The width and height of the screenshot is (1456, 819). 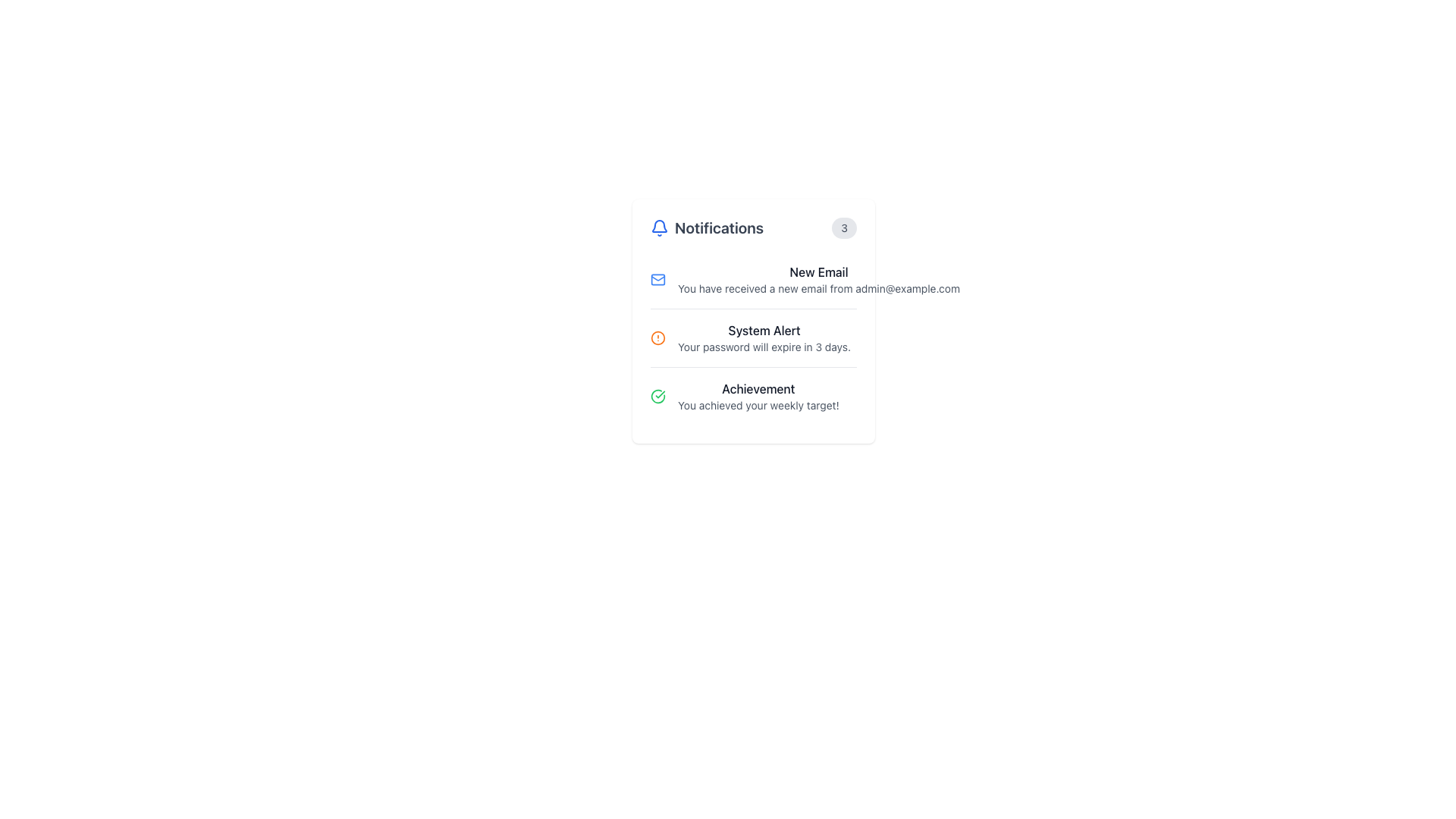 What do you see at coordinates (818, 271) in the screenshot?
I see `the 'New Email' text label in the notification card` at bounding box center [818, 271].